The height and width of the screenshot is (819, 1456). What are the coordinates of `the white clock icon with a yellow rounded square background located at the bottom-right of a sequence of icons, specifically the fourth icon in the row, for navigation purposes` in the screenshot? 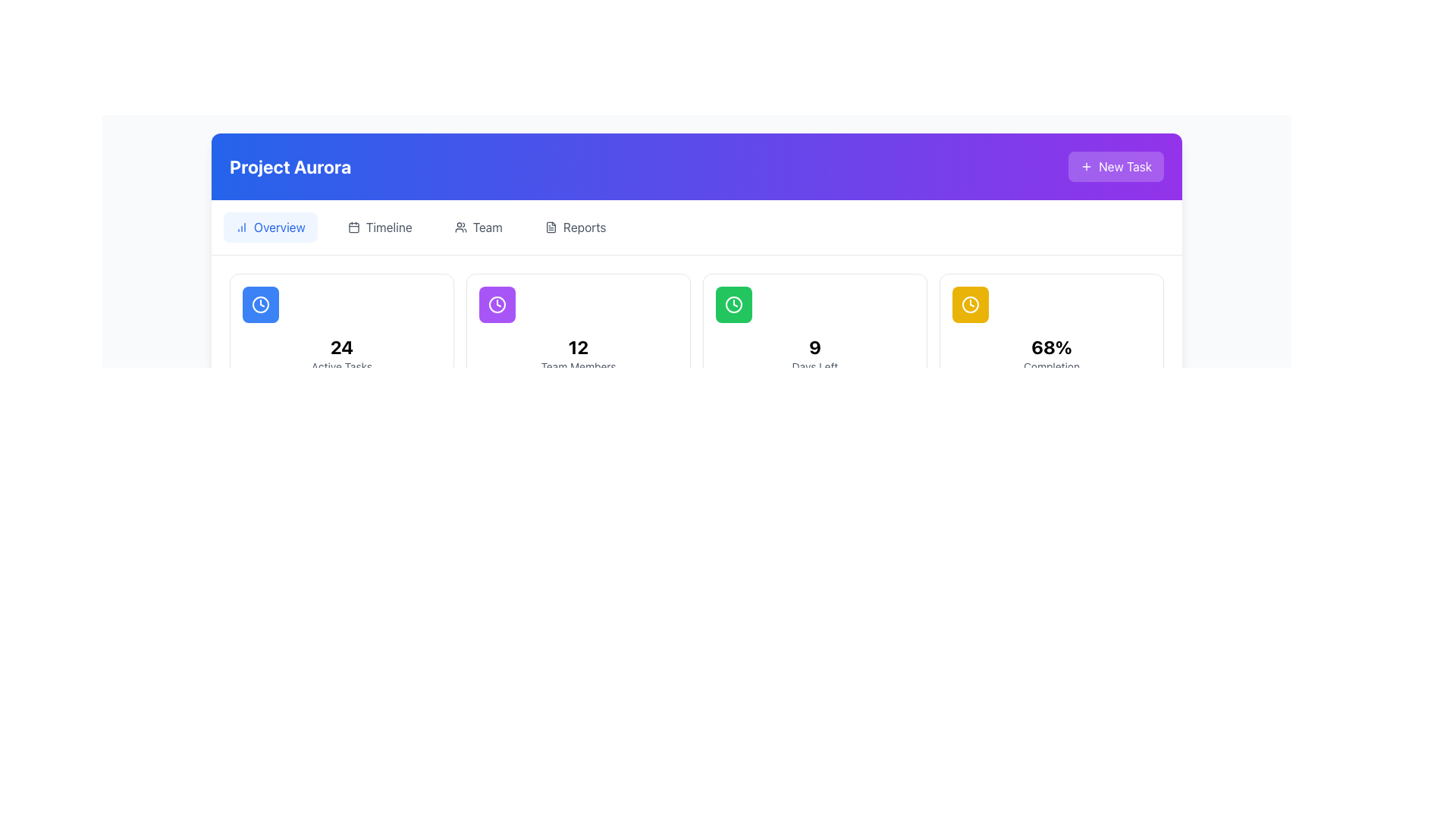 It's located at (971, 304).